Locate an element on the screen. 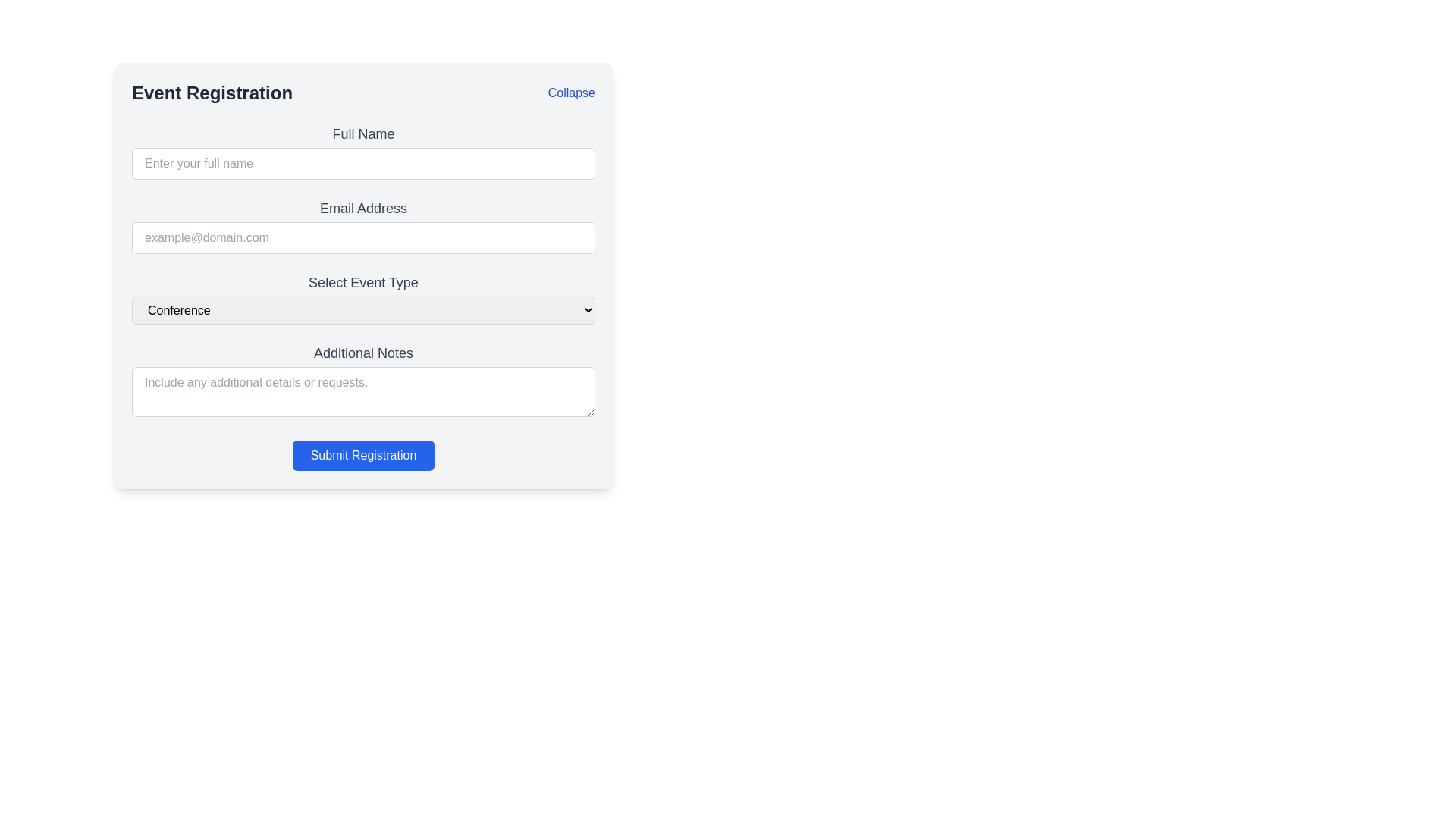 The height and width of the screenshot is (819, 1456). the text label that reads 'Additional Notes', which is styled in dark gray and positioned above a text input field is located at coordinates (362, 353).